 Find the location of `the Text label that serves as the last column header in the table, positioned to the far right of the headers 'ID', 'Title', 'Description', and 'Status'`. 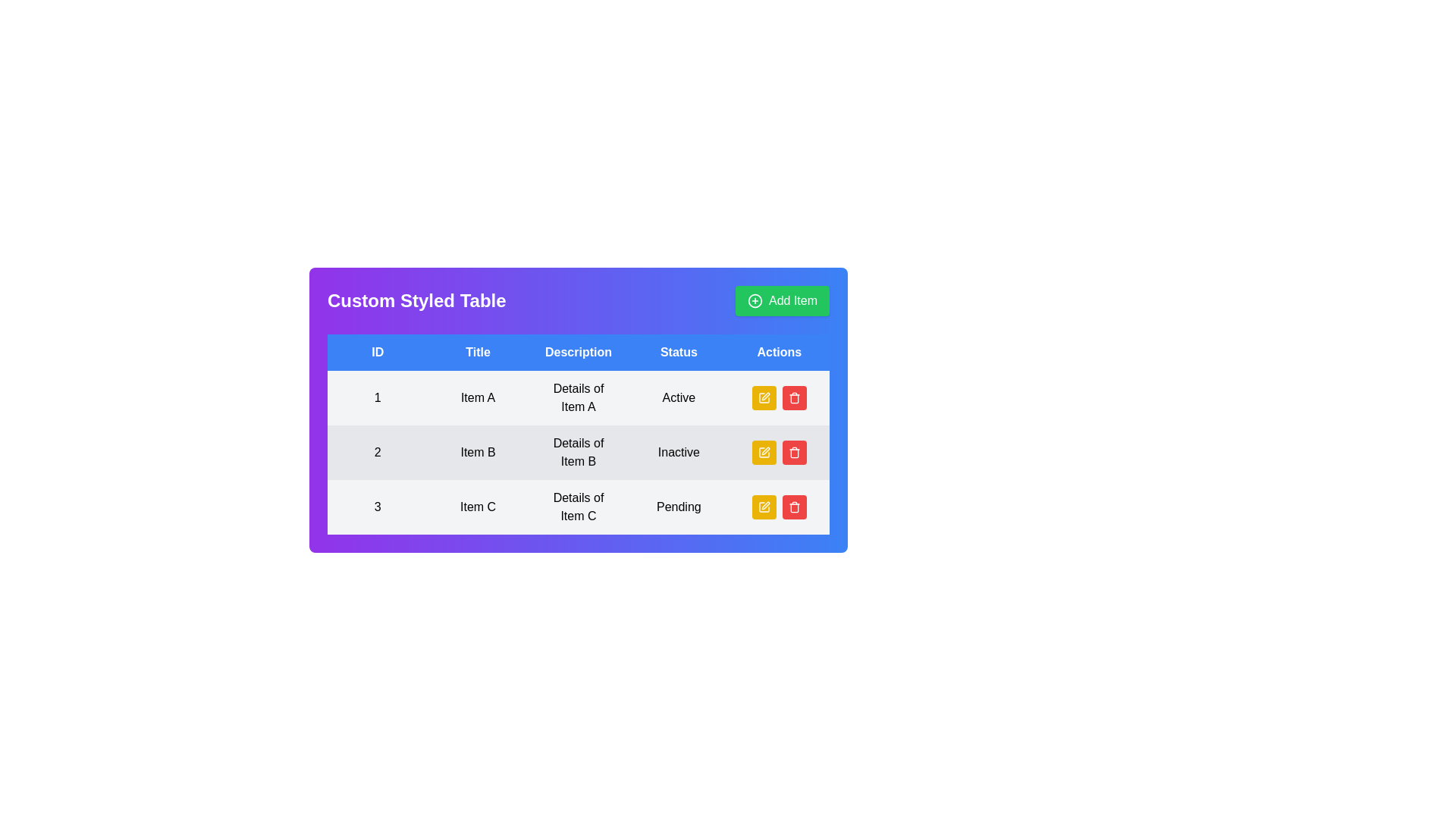

the Text label that serves as the last column header in the table, positioned to the far right of the headers 'ID', 'Title', 'Description', and 'Status' is located at coordinates (779, 353).